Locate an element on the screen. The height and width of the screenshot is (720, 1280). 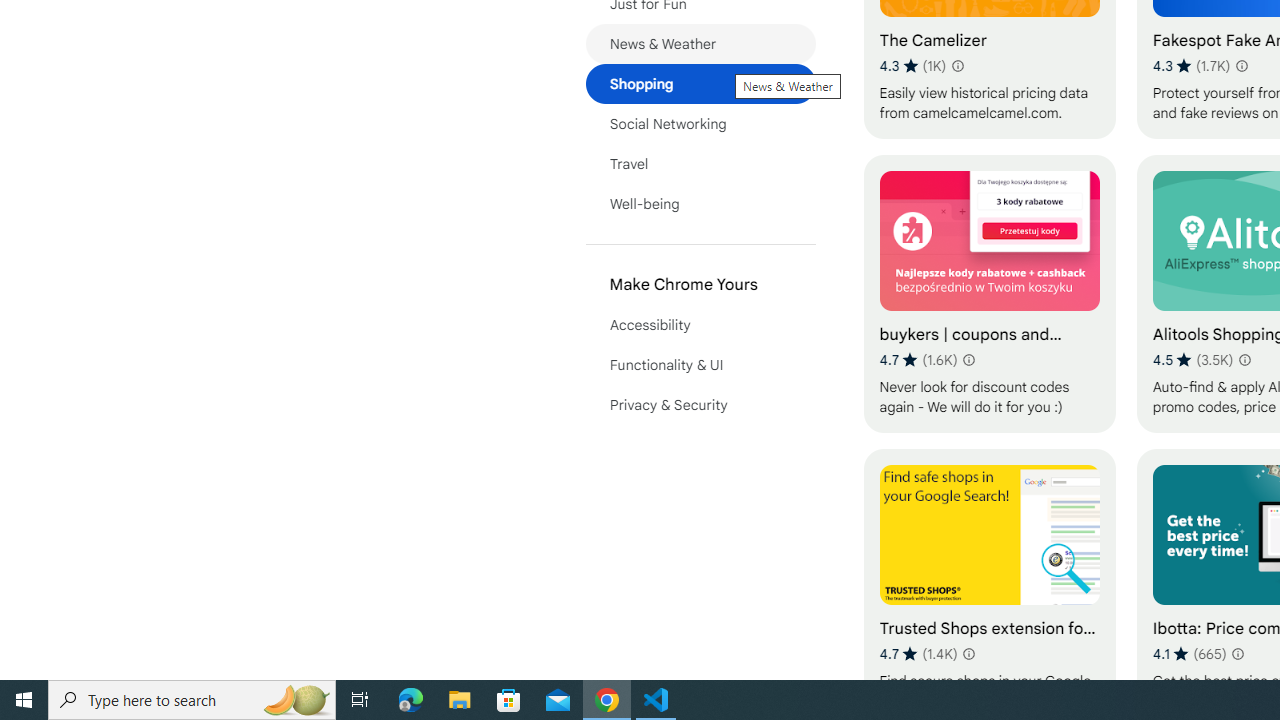
'Travel' is located at coordinates (700, 163).